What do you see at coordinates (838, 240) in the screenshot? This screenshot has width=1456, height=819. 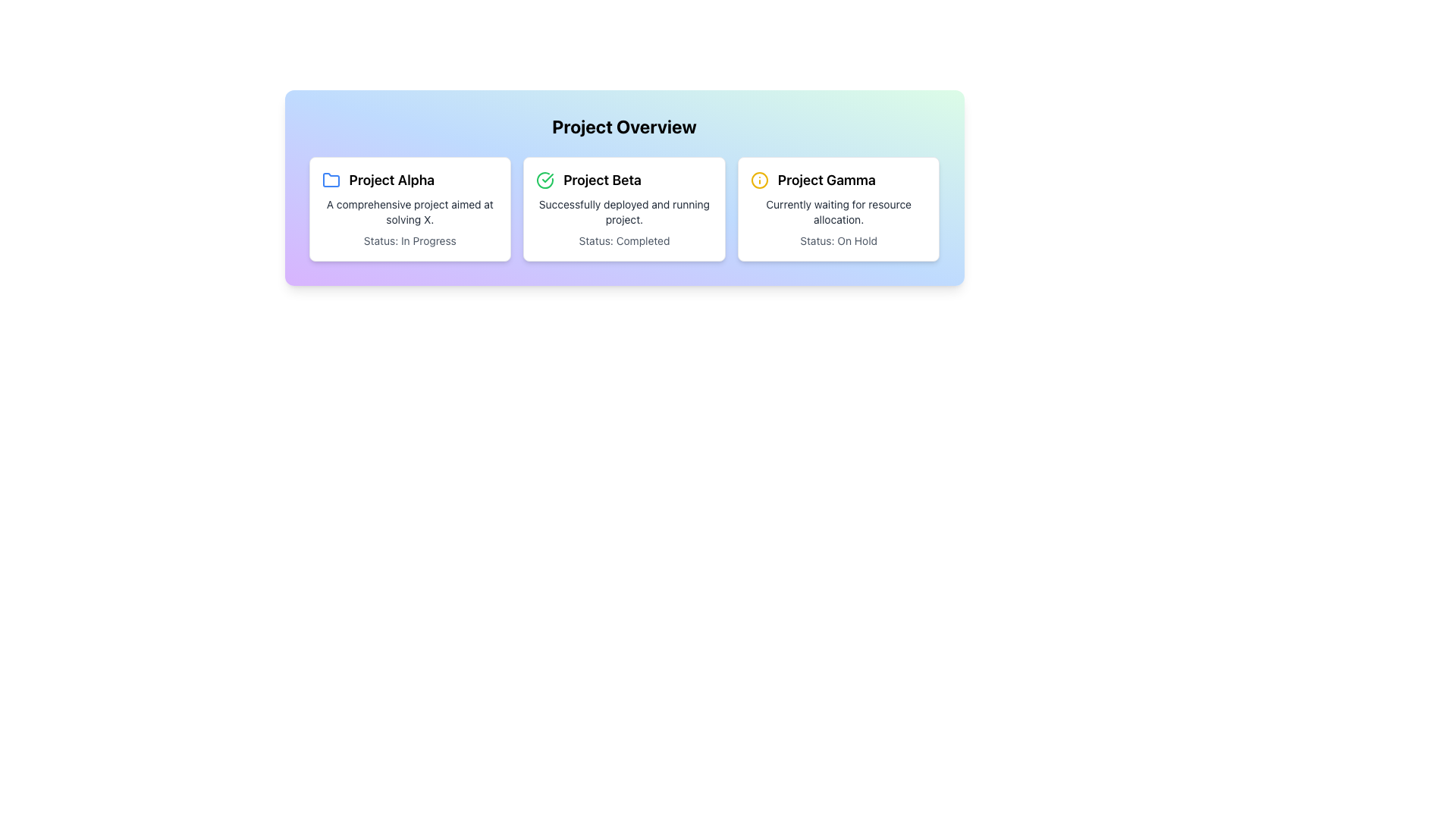 I see `the 'Status: On Hold' text label located at the bottom of the 'Project Gamma' card, which is styled with a small gray font and provides informational context` at bounding box center [838, 240].